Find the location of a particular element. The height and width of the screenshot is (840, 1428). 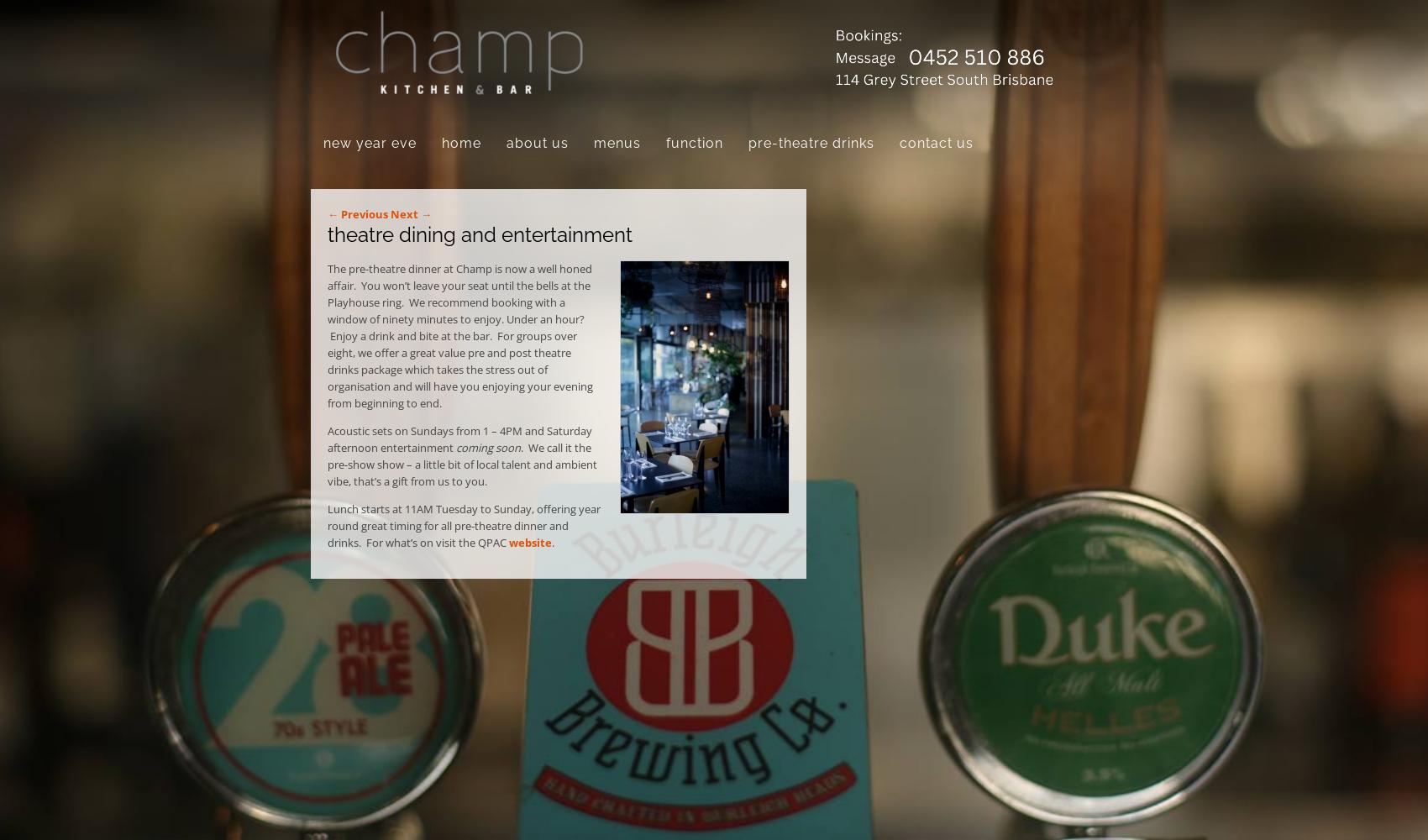

'.' is located at coordinates (552, 543).